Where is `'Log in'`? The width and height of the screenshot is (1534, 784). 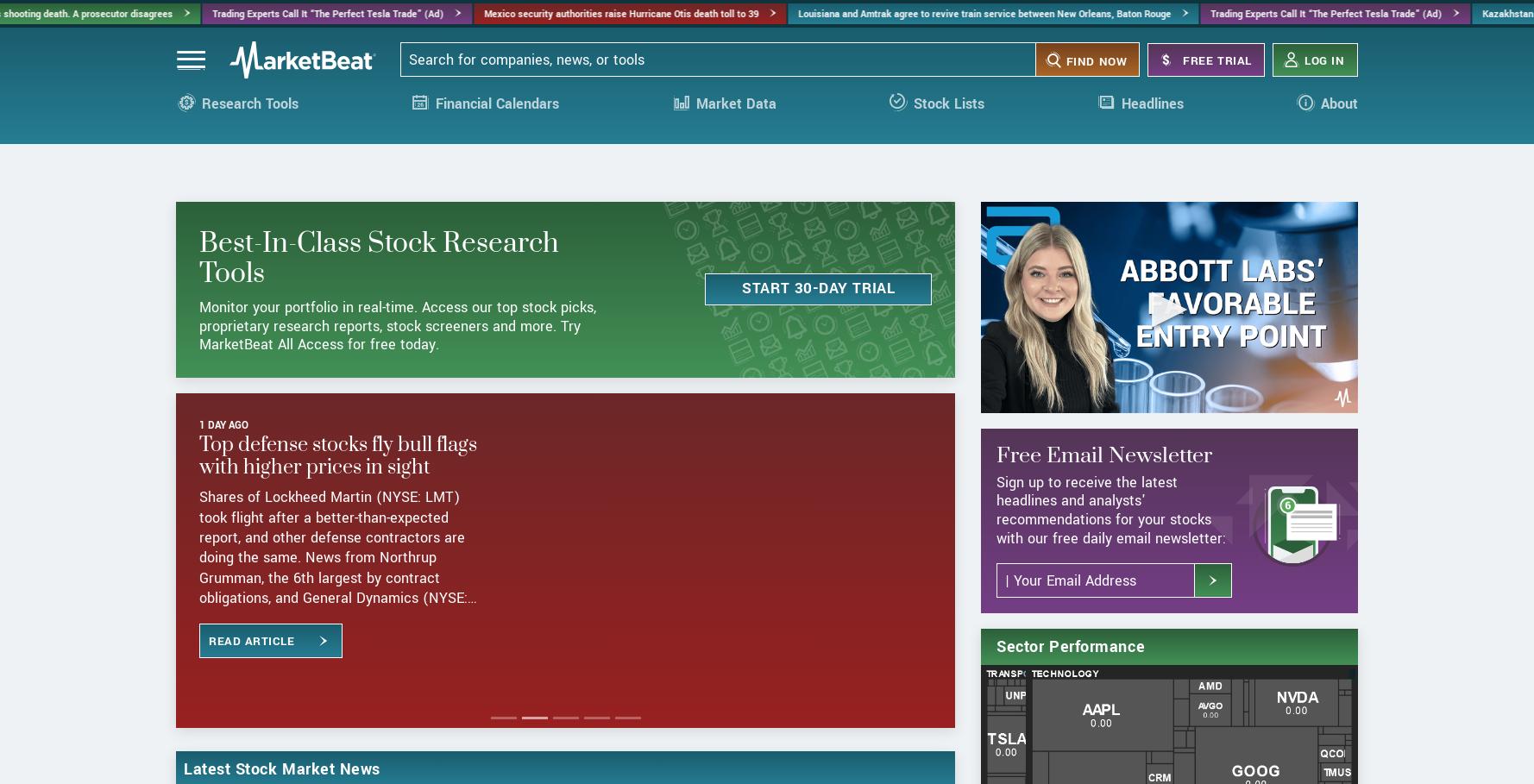
'Log in' is located at coordinates (1304, 70).